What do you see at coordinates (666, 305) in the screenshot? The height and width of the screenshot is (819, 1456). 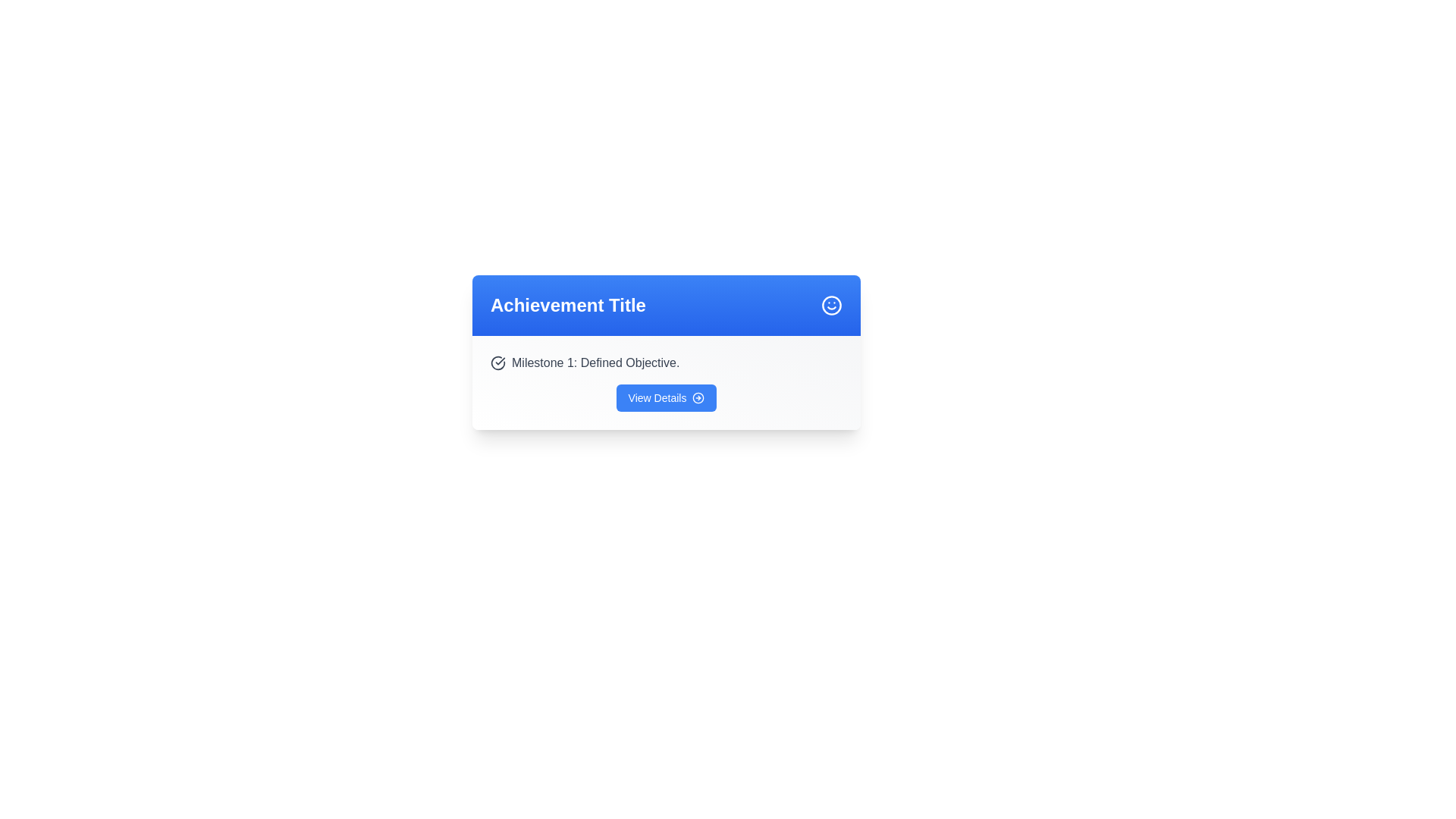 I see `the icon embedded in the header that displays a title or heading for an achievement, providing context for the associated content` at bounding box center [666, 305].